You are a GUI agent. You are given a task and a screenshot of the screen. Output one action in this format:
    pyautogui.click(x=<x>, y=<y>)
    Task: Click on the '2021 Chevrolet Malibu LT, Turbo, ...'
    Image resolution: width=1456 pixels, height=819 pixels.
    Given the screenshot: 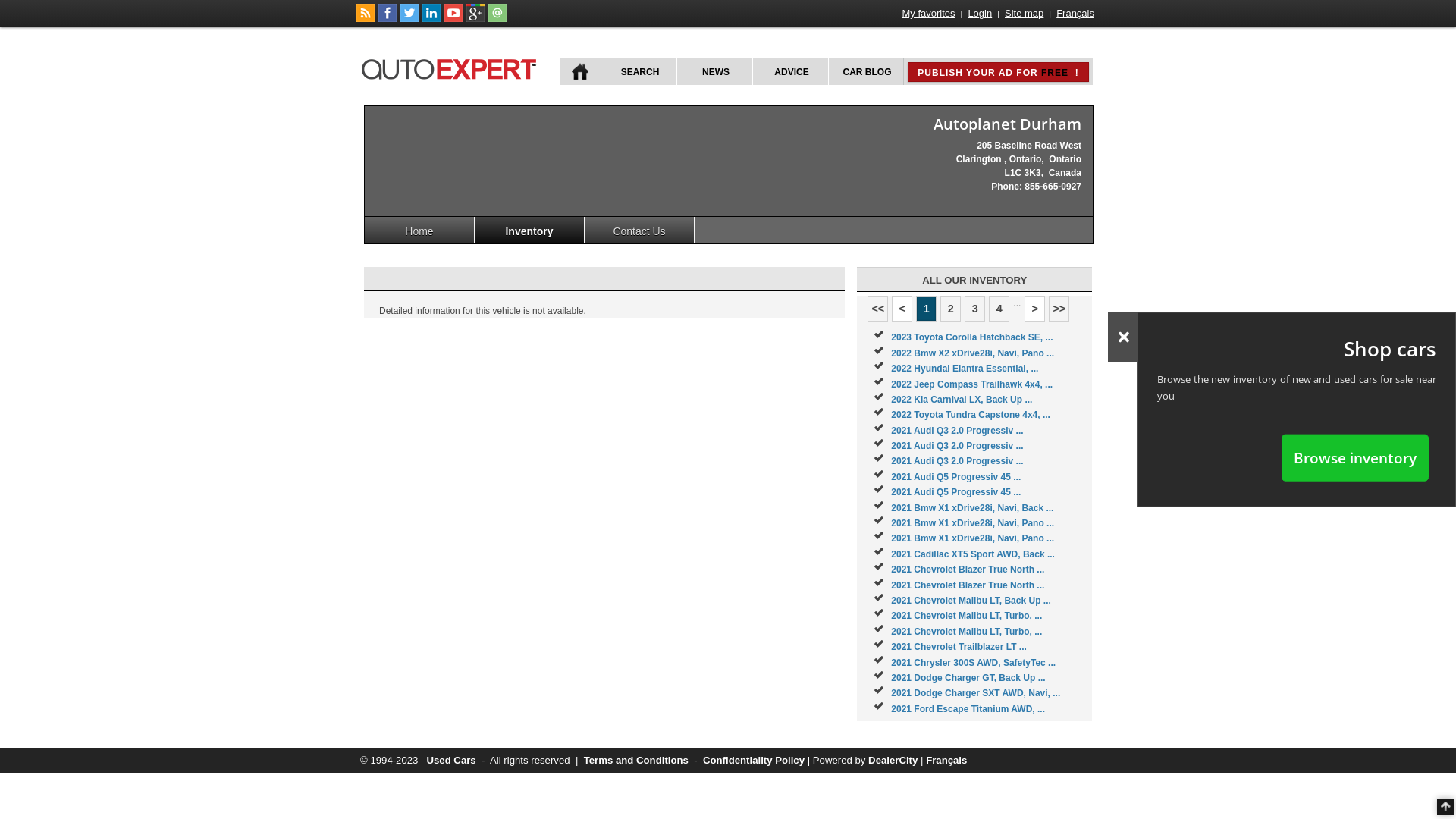 What is the action you would take?
    pyautogui.click(x=965, y=632)
    